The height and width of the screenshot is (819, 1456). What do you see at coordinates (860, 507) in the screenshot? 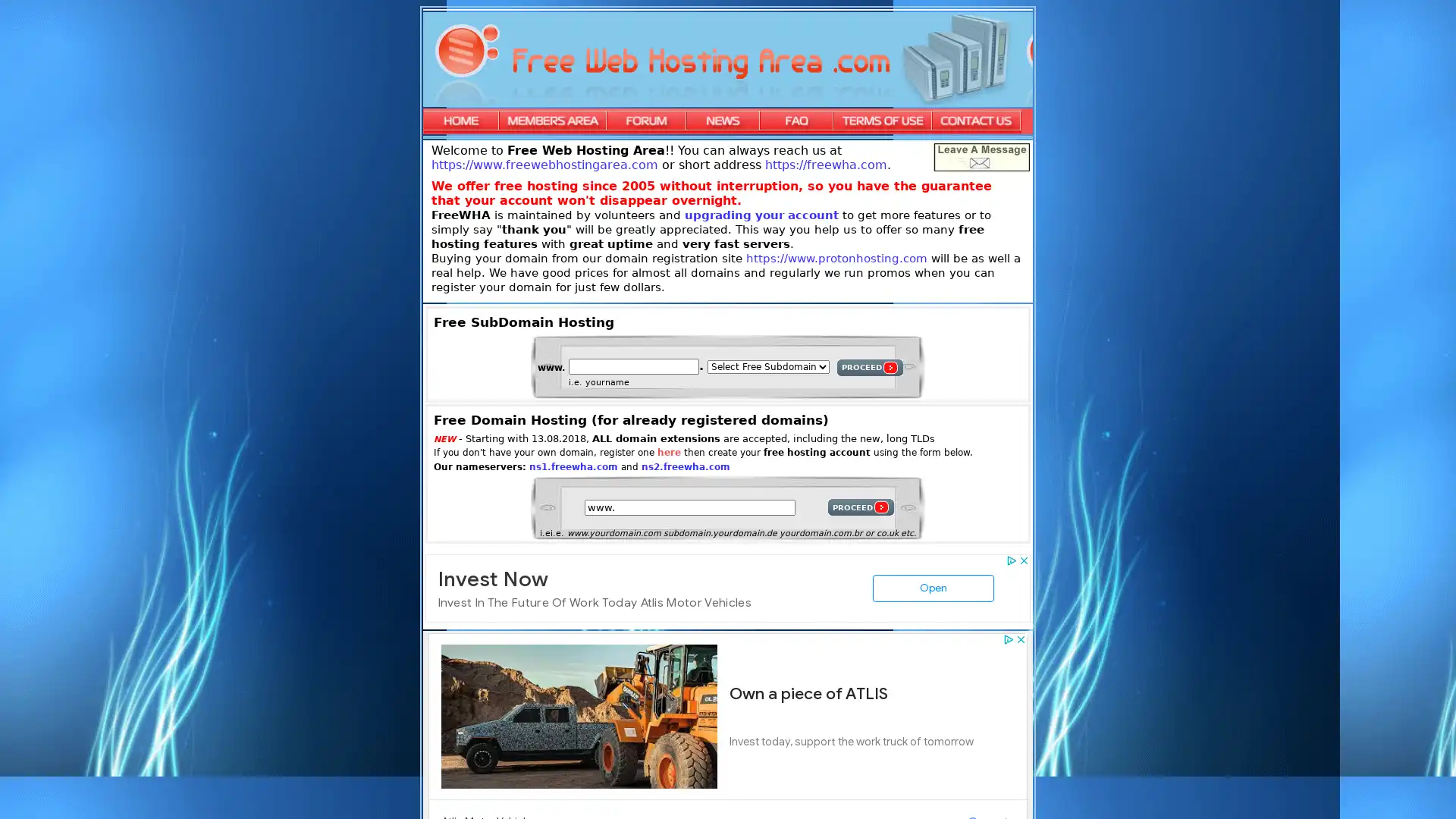
I see `PROCEED` at bounding box center [860, 507].